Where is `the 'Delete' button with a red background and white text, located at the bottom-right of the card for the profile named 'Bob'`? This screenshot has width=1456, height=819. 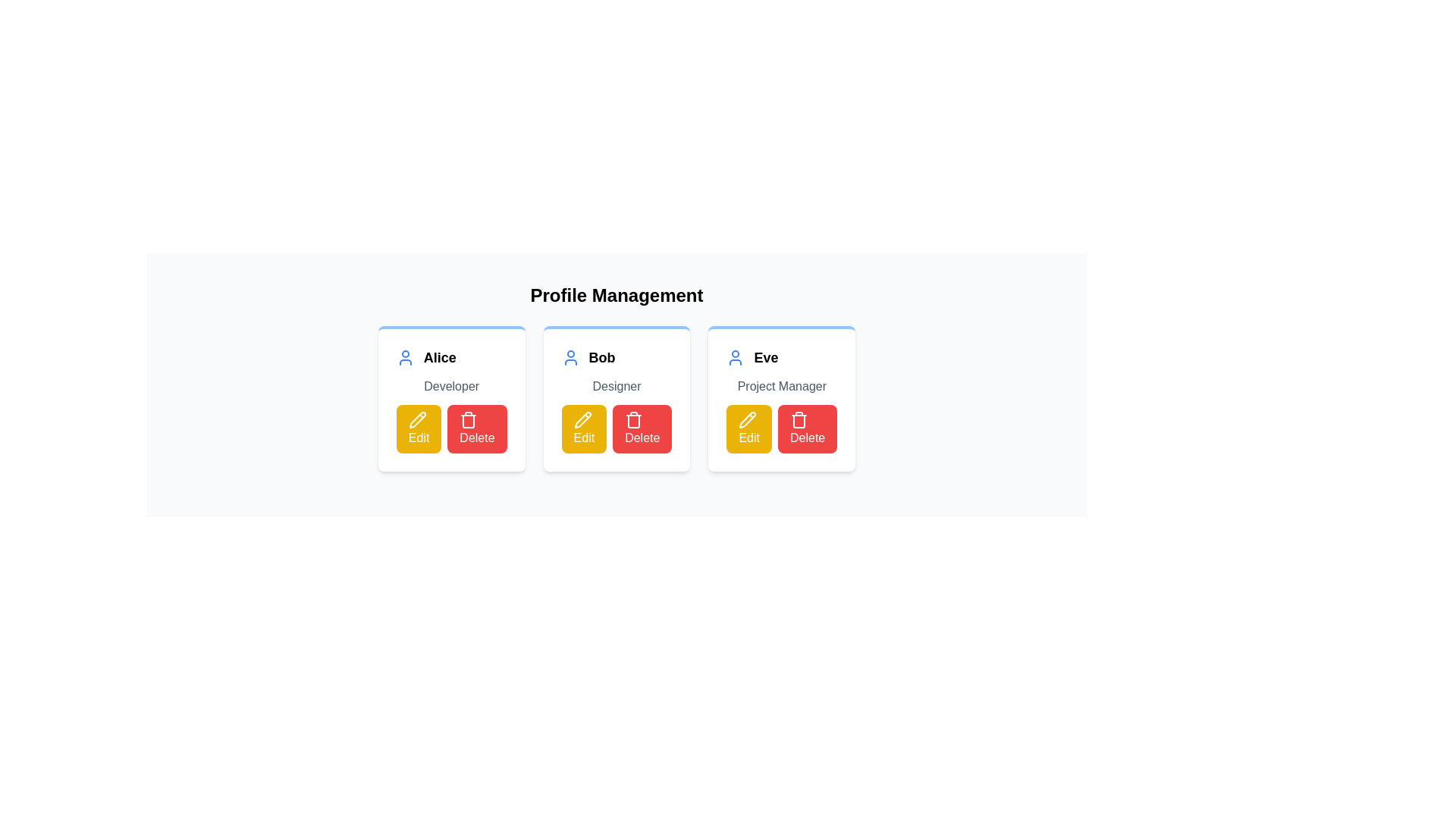 the 'Delete' button with a red background and white text, located at the bottom-right of the card for the profile named 'Bob' is located at coordinates (642, 429).